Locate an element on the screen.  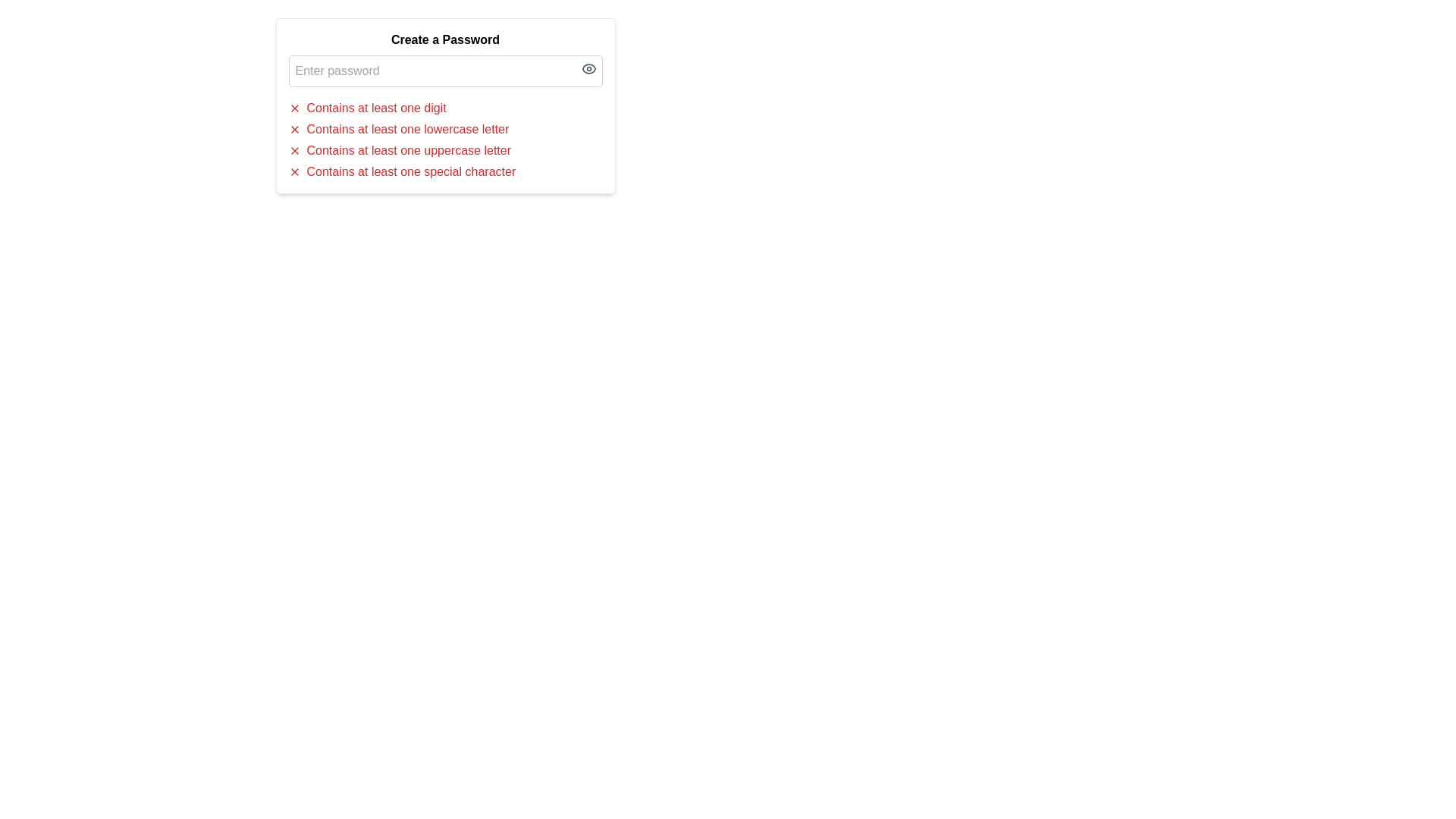
the icon indicating the uppercase letter requirement for password validation, located to the left of the associated text is located at coordinates (294, 151).